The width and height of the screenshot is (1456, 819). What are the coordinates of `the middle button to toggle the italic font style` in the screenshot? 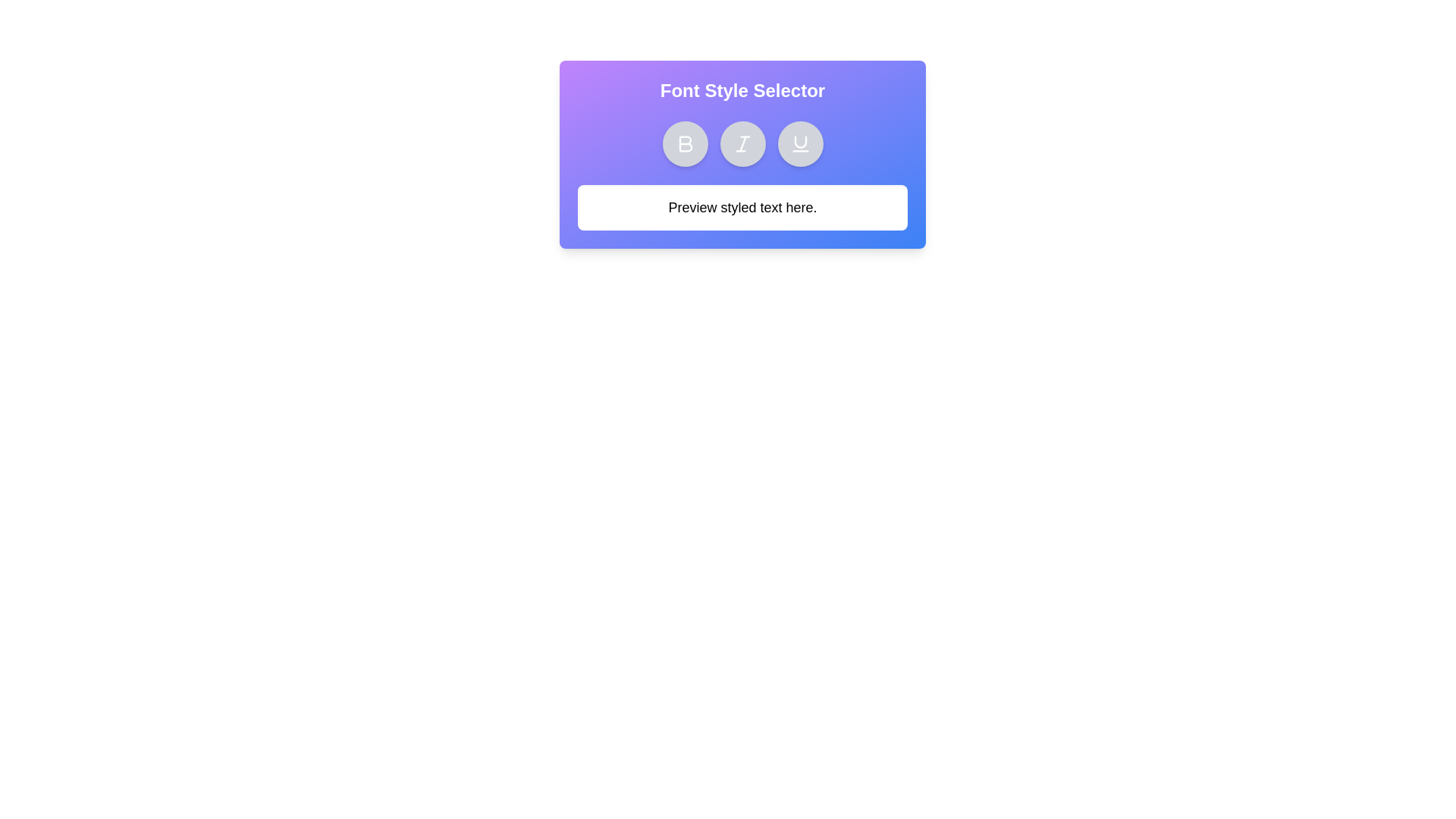 It's located at (742, 143).